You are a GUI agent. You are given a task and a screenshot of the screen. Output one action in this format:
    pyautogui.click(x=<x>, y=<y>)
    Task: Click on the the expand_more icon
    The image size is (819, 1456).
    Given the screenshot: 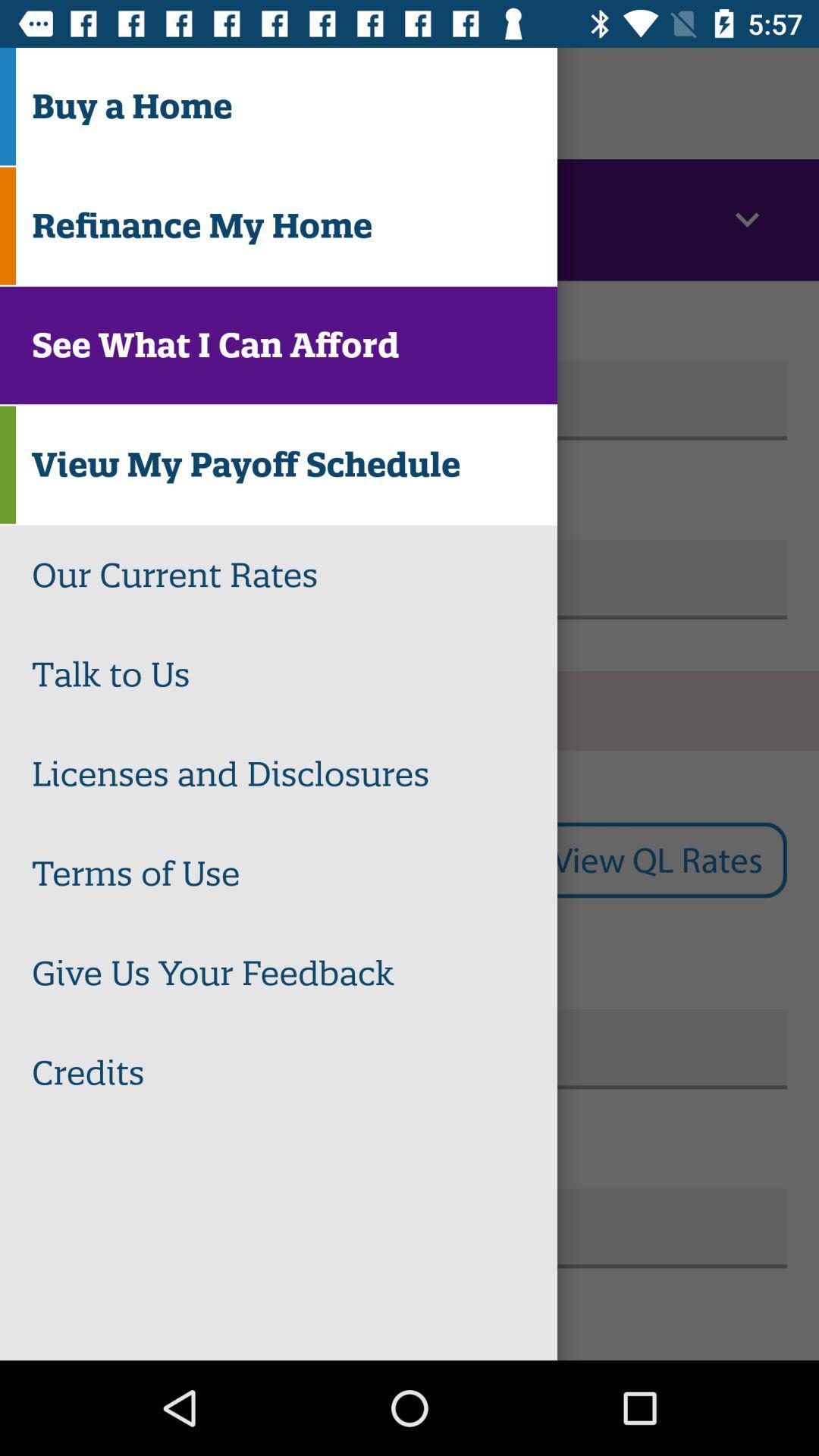 What is the action you would take?
    pyautogui.click(x=746, y=219)
    